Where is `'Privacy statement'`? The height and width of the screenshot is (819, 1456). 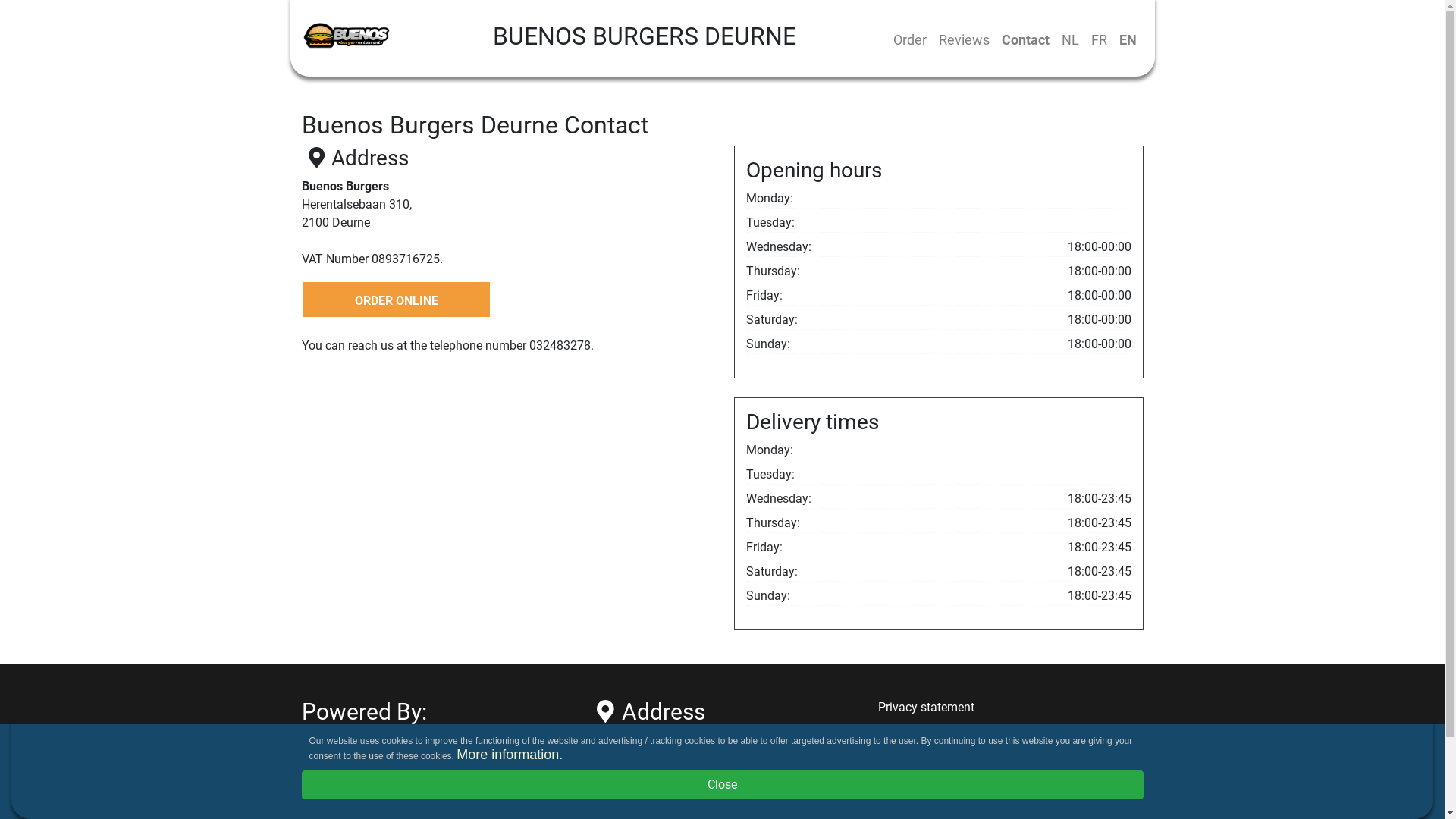
'Privacy statement' is located at coordinates (925, 707).